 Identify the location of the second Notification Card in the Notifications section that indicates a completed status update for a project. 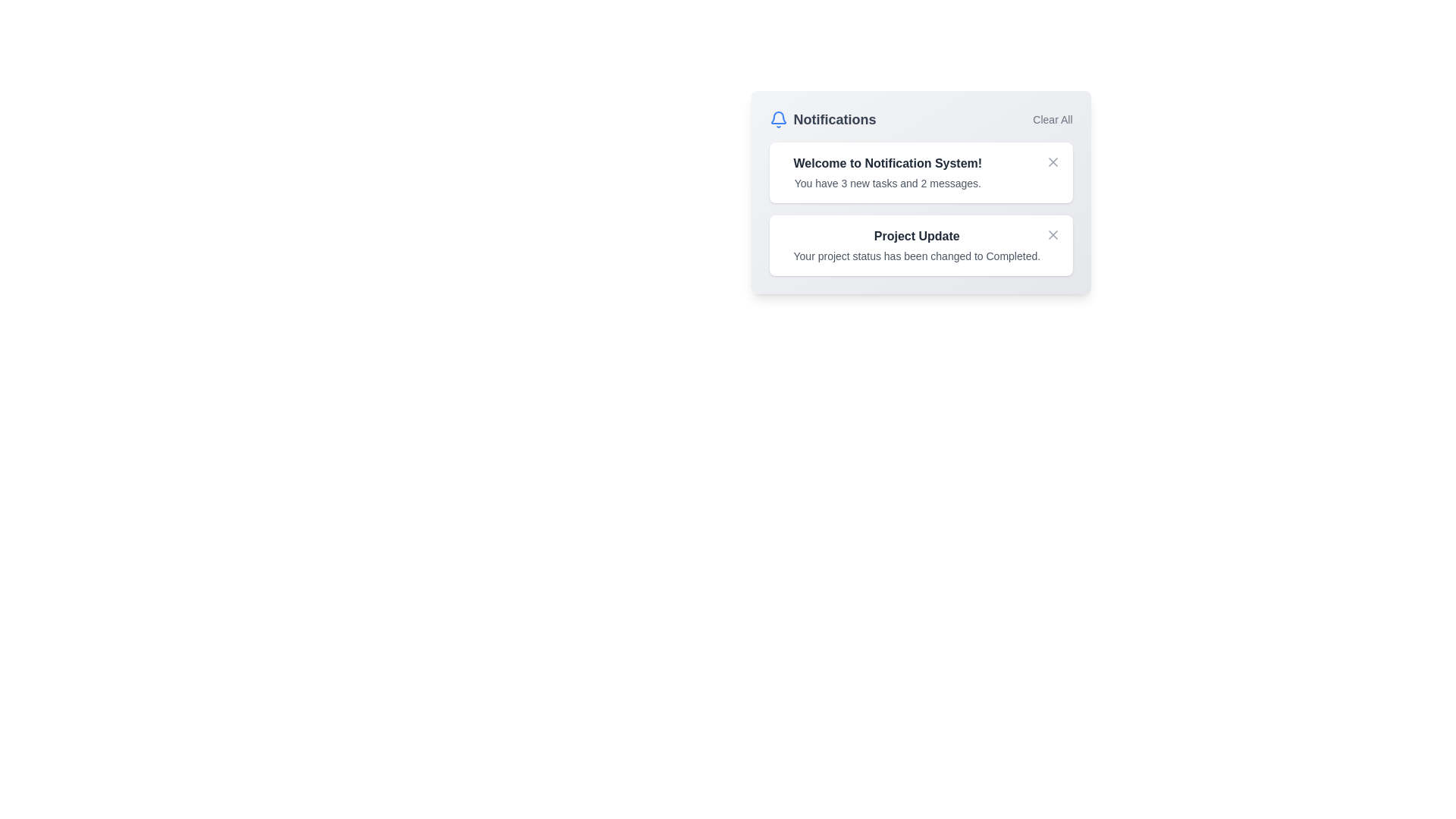
(920, 245).